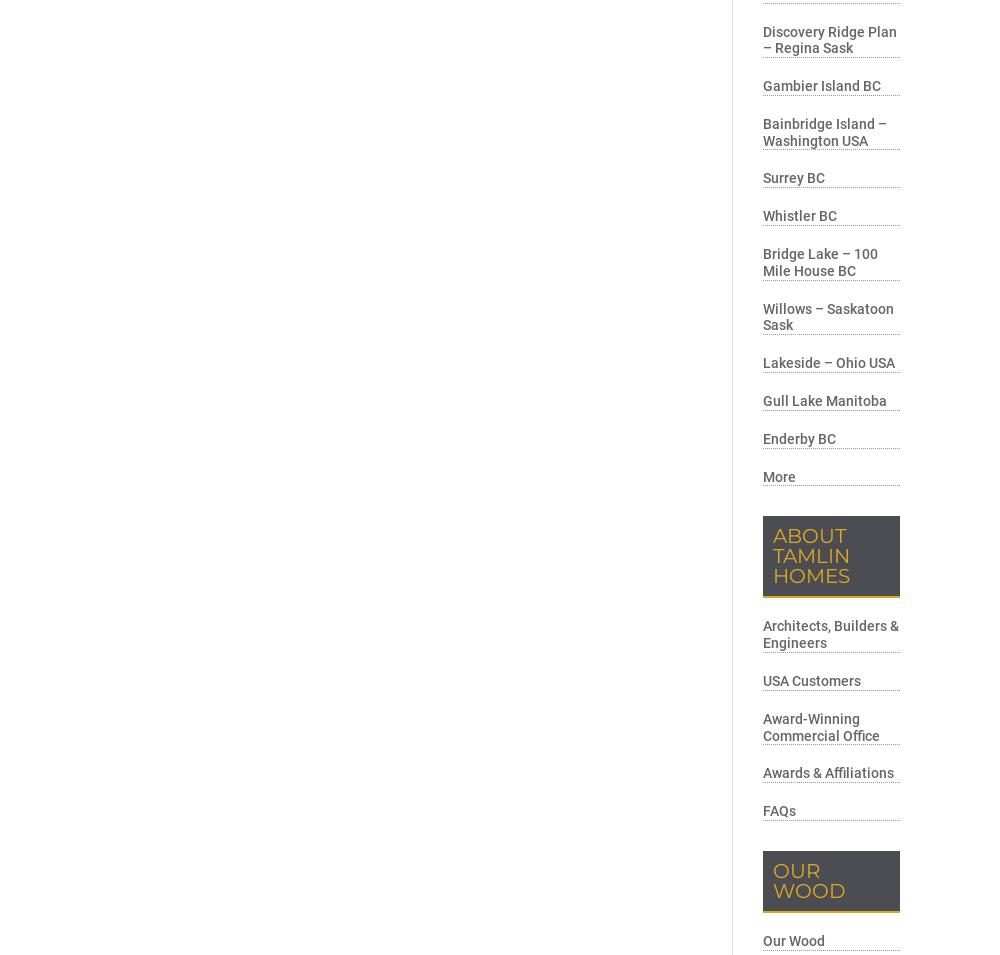  I want to click on 'Surrey BC', so click(794, 178).